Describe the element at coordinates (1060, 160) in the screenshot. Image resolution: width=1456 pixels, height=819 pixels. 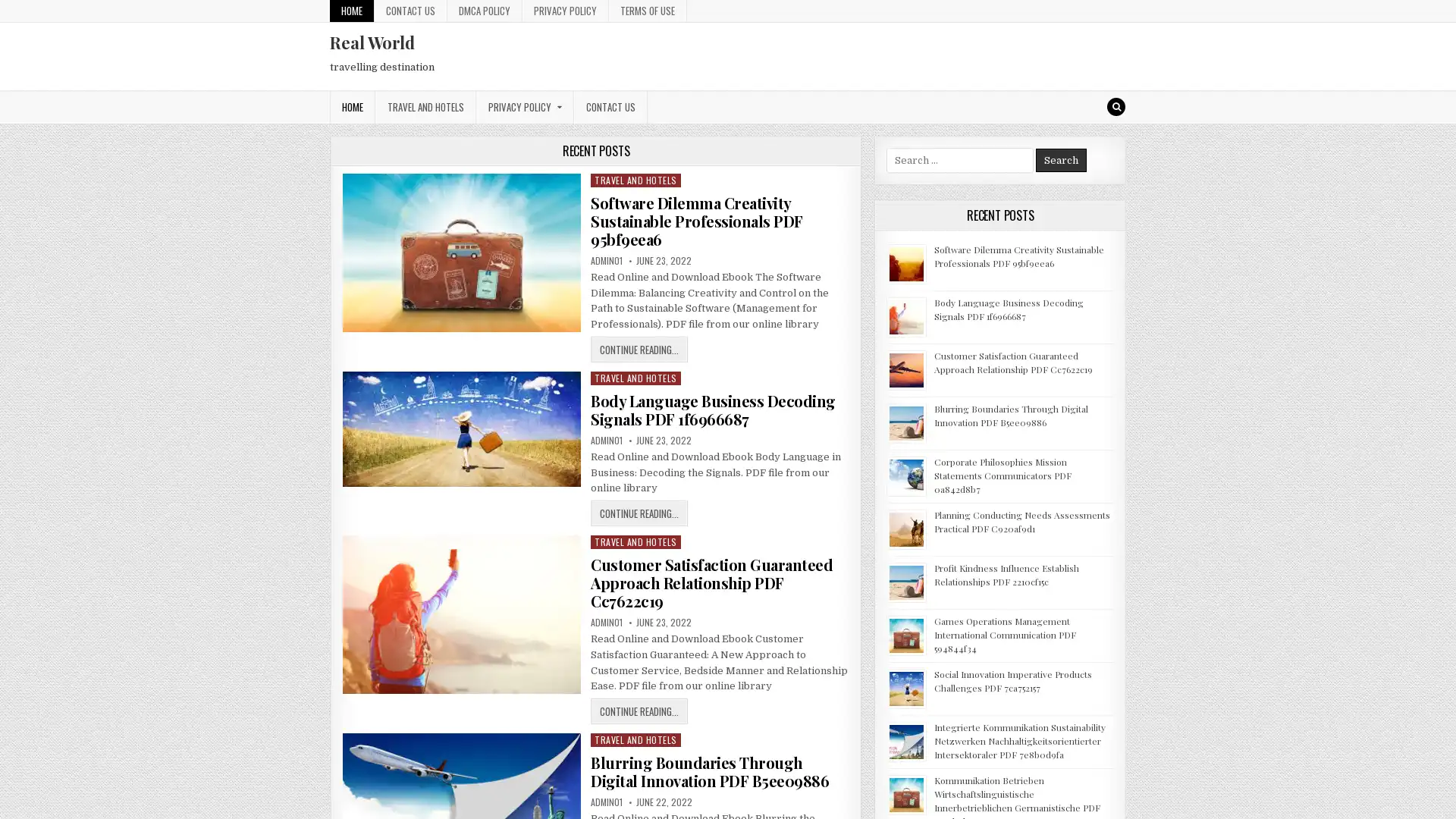
I see `Search` at that location.